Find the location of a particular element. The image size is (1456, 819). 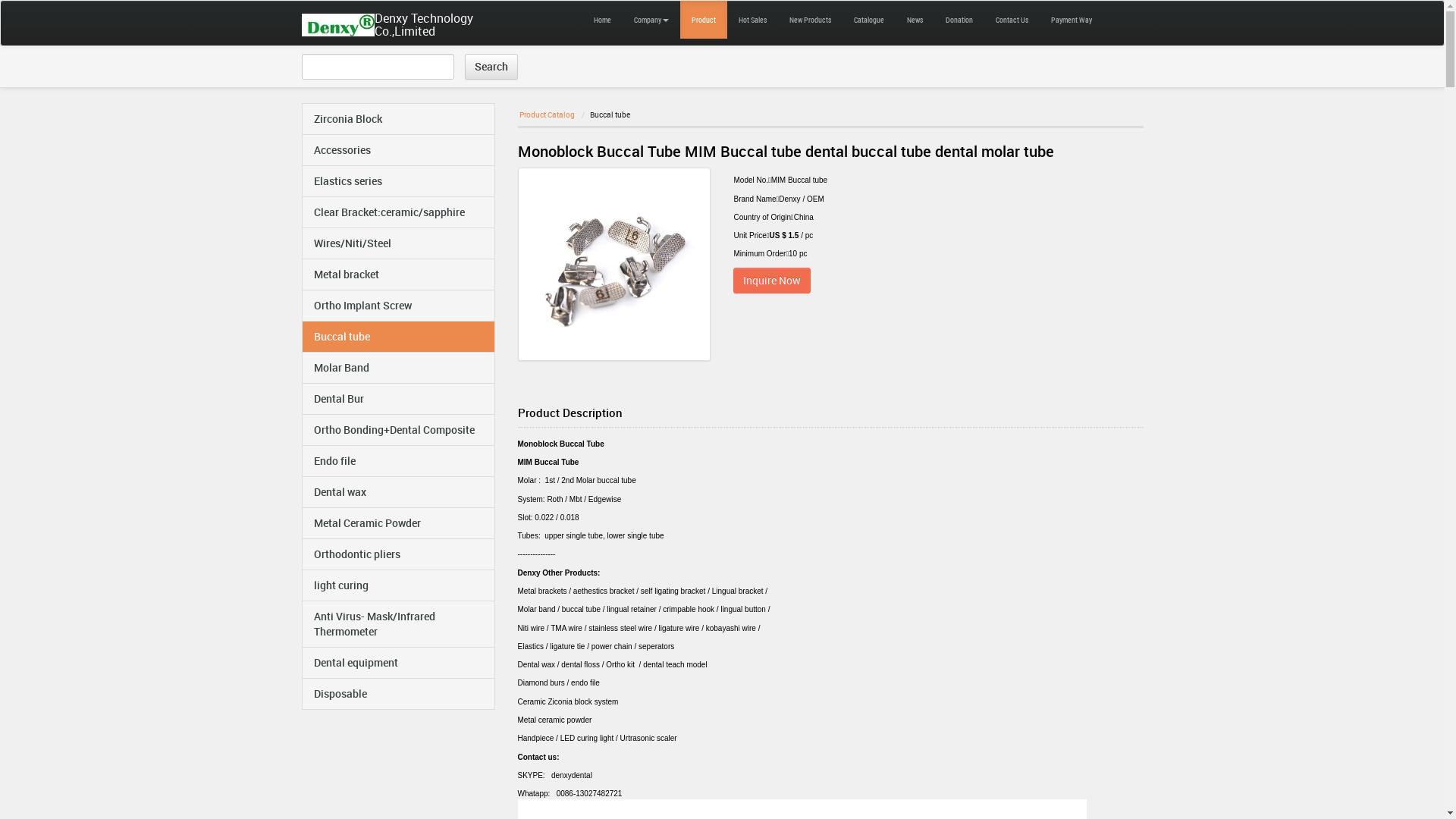

'Ortho Implant Screw' is located at coordinates (397, 305).